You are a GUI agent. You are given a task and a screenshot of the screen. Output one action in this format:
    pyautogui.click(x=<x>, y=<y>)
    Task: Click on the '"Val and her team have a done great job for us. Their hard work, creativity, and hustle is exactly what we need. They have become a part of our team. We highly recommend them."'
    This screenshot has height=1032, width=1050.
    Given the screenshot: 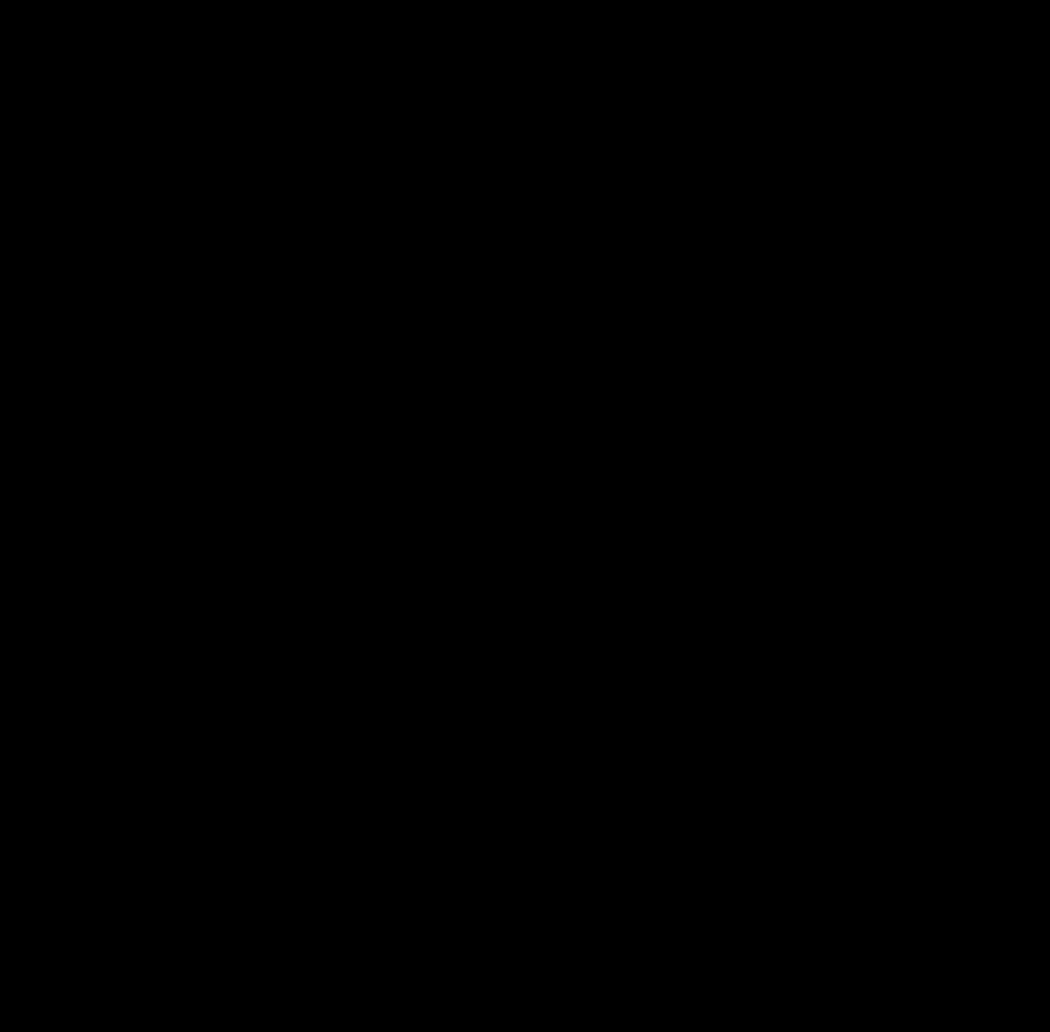 What is the action you would take?
    pyautogui.click(x=542, y=428)
    